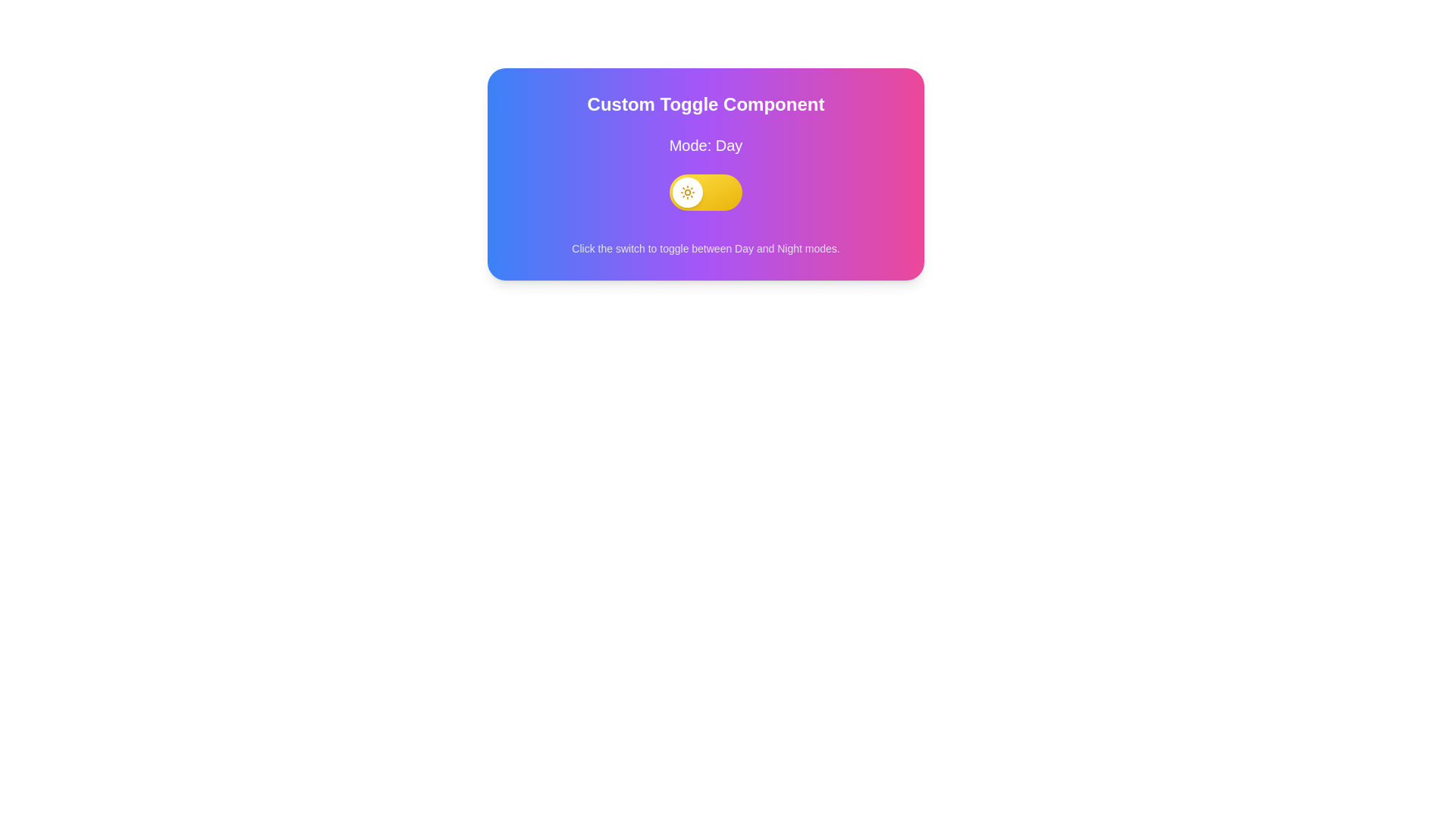 The height and width of the screenshot is (819, 1456). I want to click on the 'Day' mode visual indicator within the toggle switch component, so click(687, 192).